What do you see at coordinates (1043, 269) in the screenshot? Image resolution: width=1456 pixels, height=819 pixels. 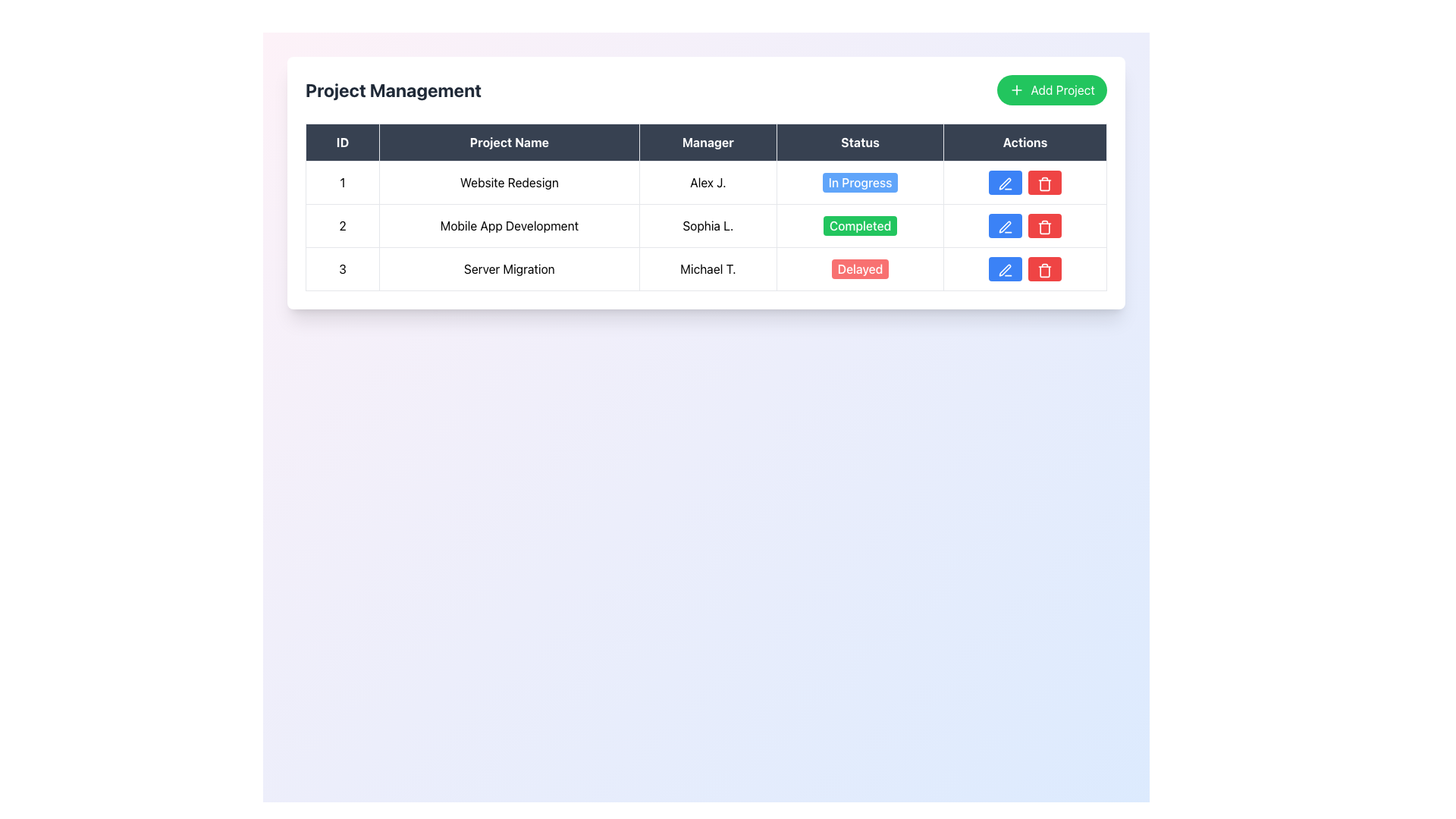 I see `the red trash bin icon in the 'Actions' column of the table` at bounding box center [1043, 269].